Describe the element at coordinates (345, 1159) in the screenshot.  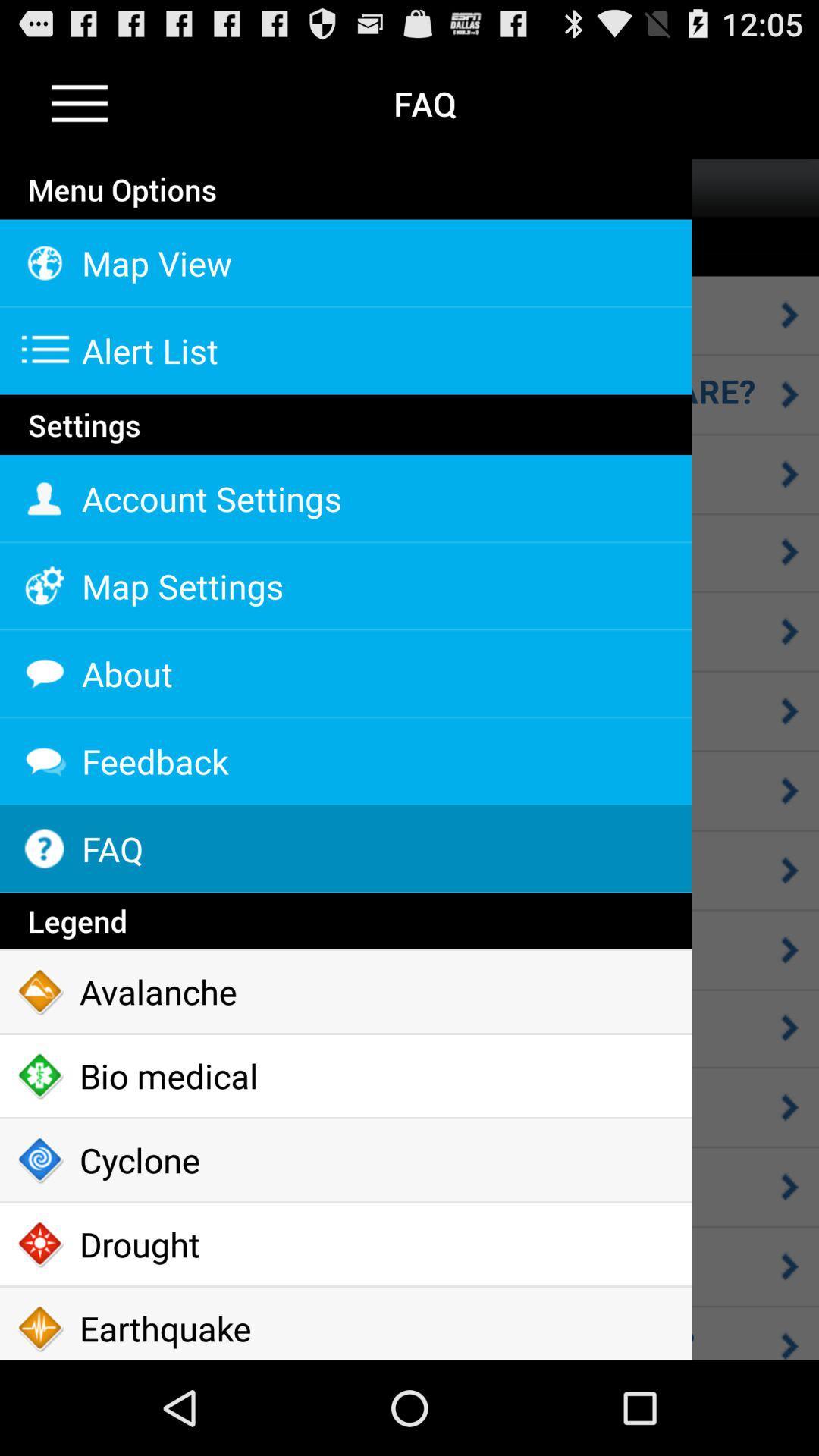
I see `the cyclone icon` at that location.